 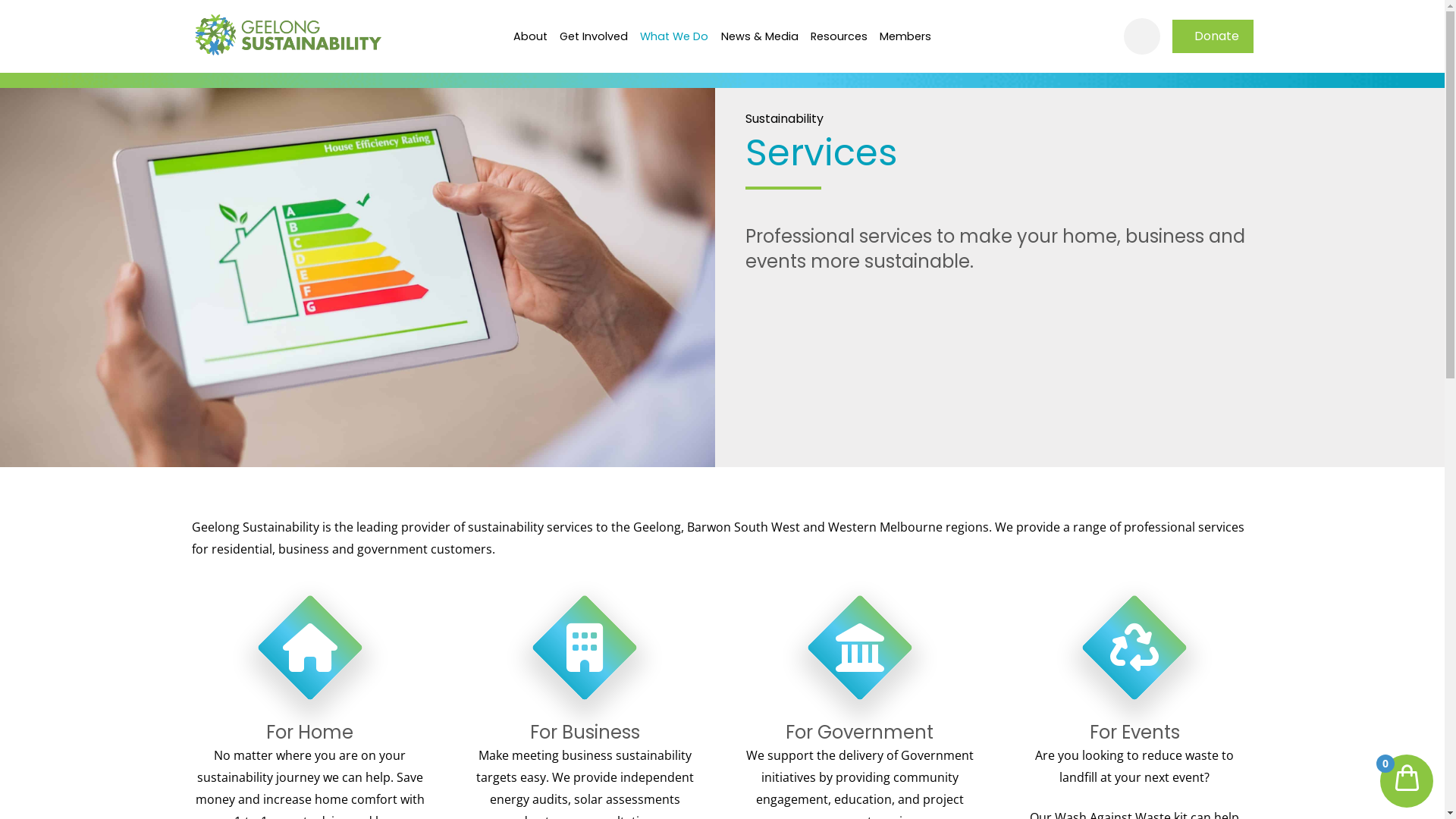 What do you see at coordinates (592, 35) in the screenshot?
I see `'Get Involved'` at bounding box center [592, 35].